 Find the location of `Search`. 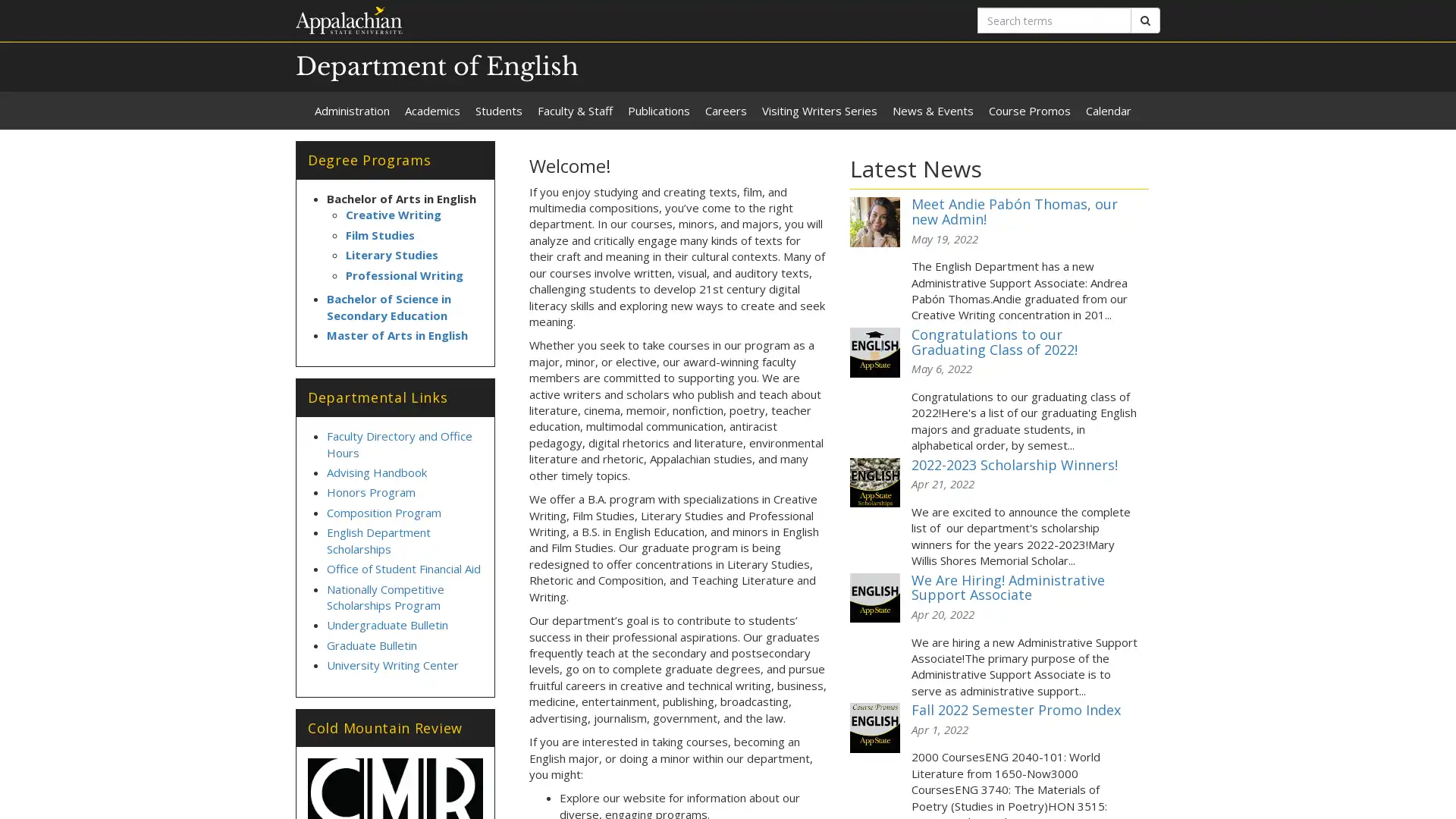

Search is located at coordinates (1145, 20).